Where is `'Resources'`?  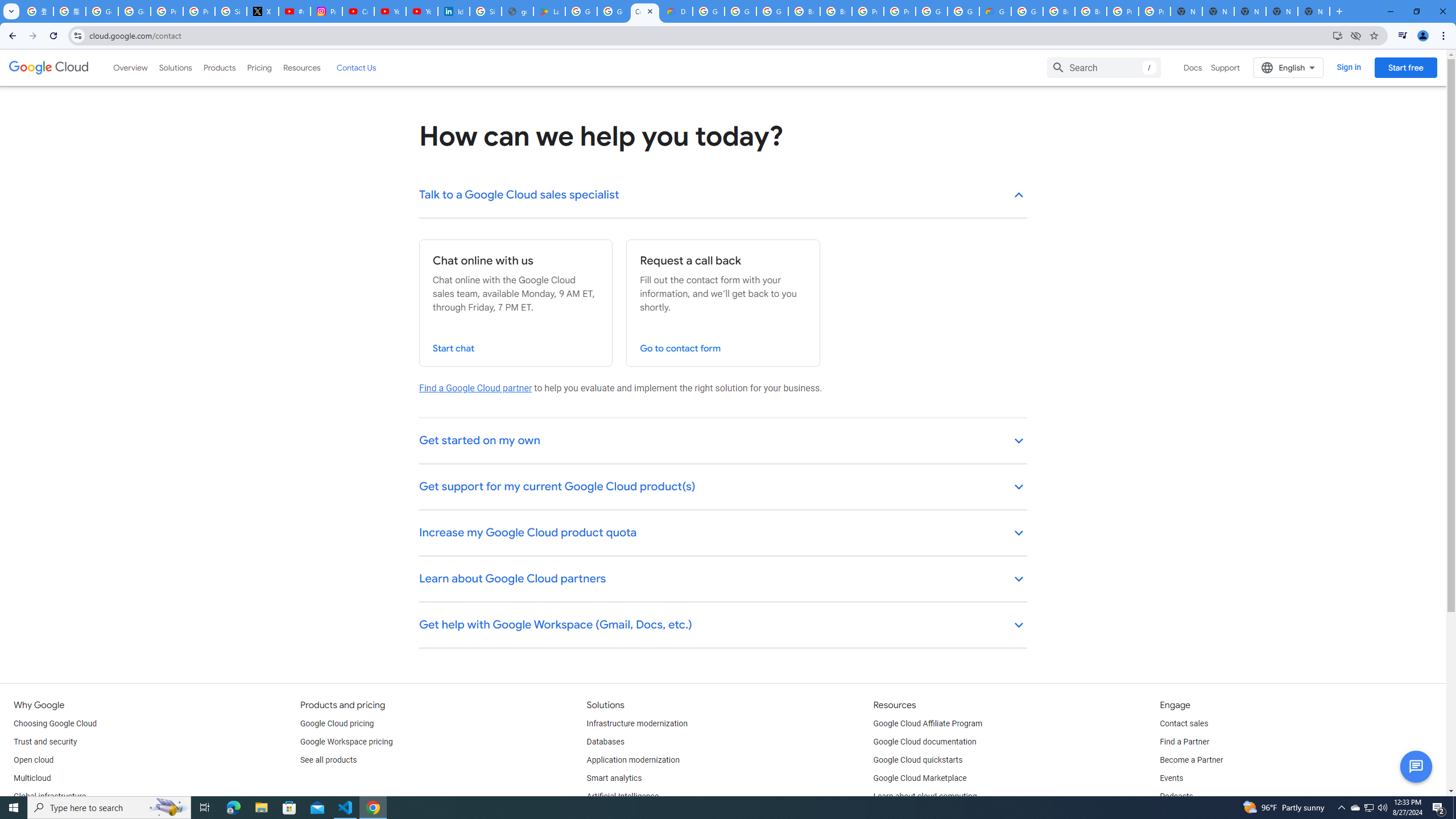
'Resources' is located at coordinates (301, 67).